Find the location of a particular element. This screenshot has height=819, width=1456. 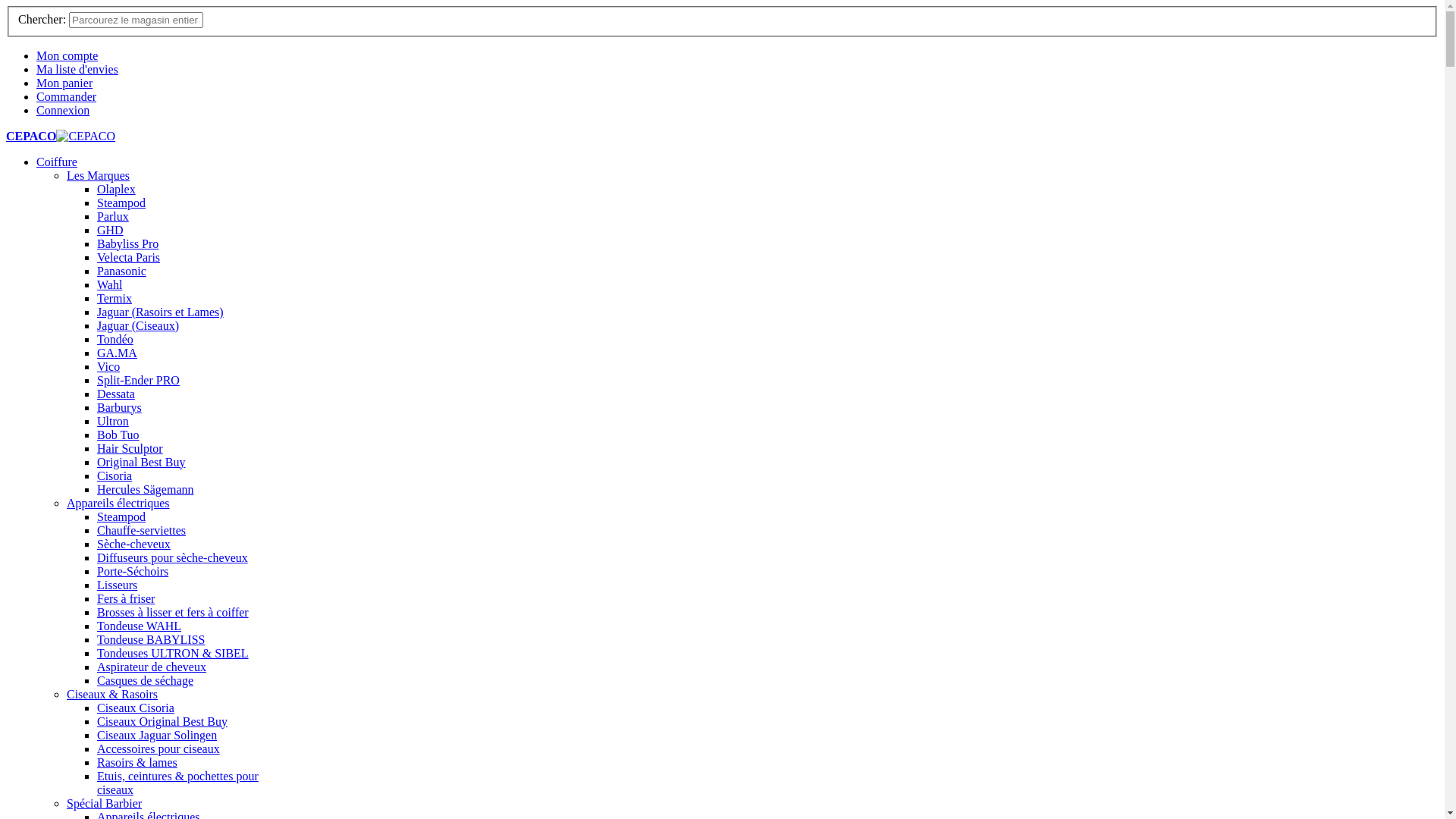

'Tondeuse WAHL' is located at coordinates (139, 626).